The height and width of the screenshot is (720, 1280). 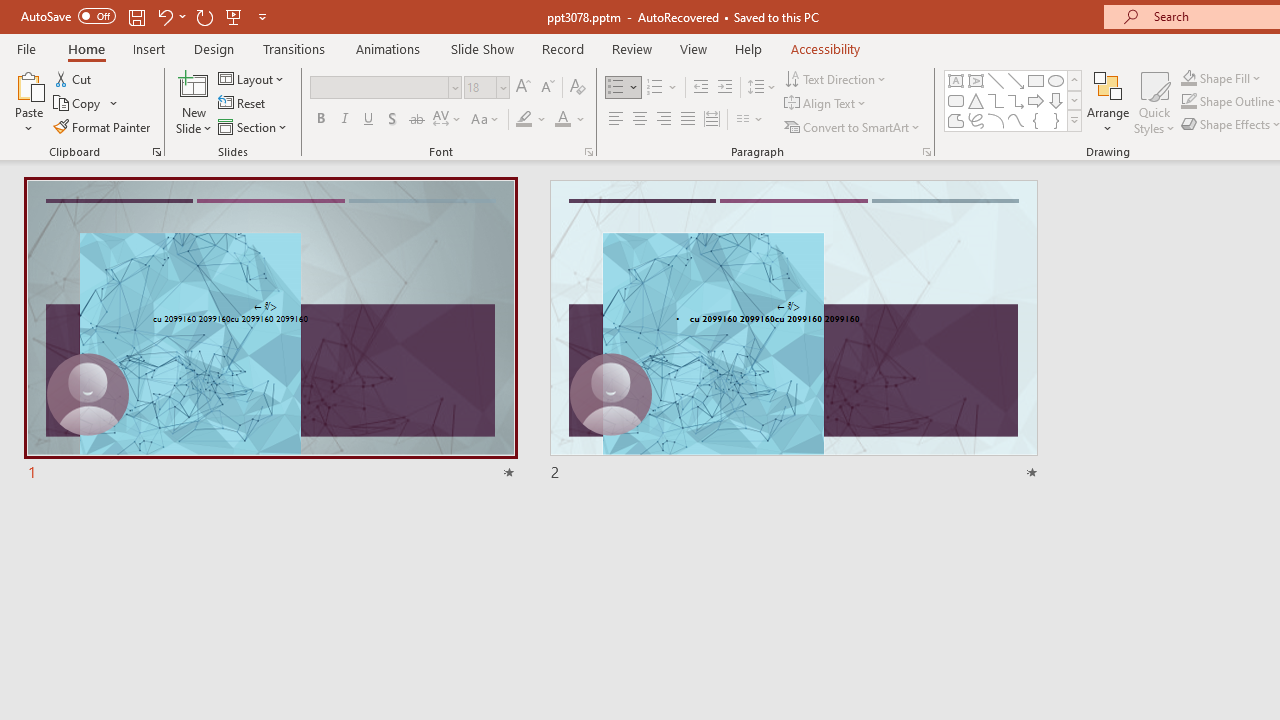 What do you see at coordinates (1189, 101) in the screenshot?
I see `'Shape Outline Green, Accent 1'` at bounding box center [1189, 101].